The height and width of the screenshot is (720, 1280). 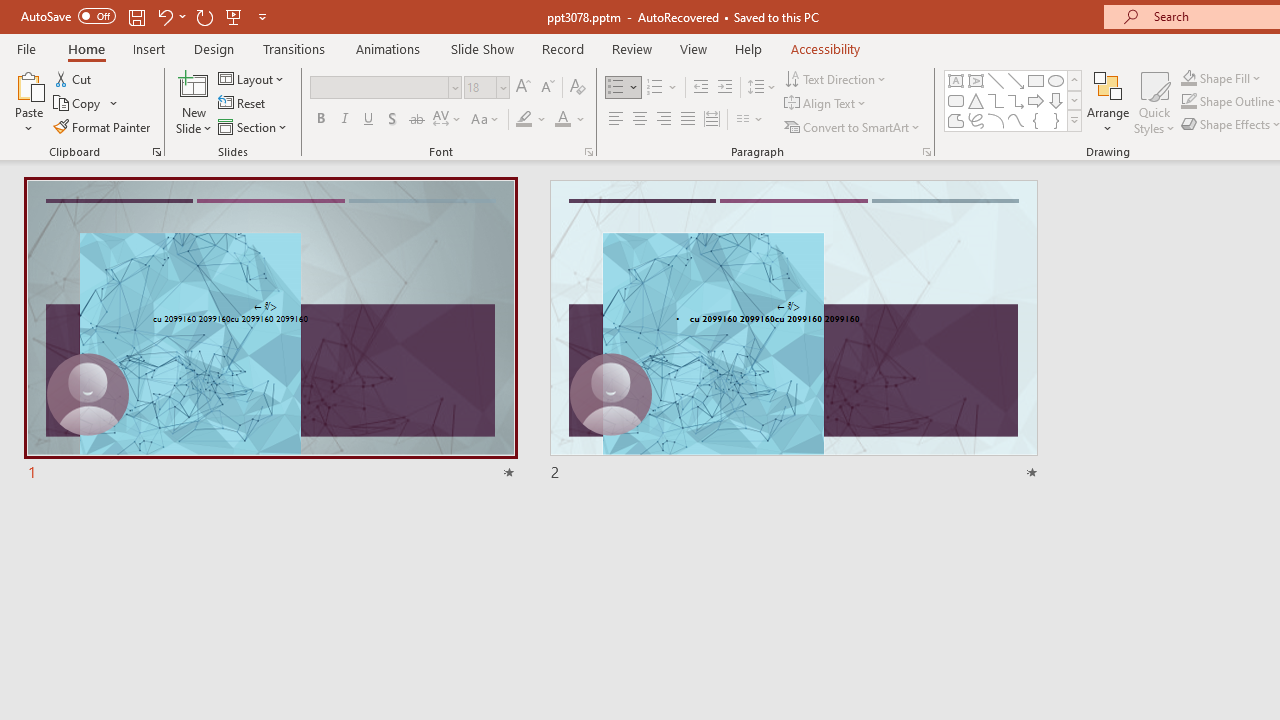 What do you see at coordinates (1189, 101) in the screenshot?
I see `'Shape Outline Green, Accent 1'` at bounding box center [1189, 101].